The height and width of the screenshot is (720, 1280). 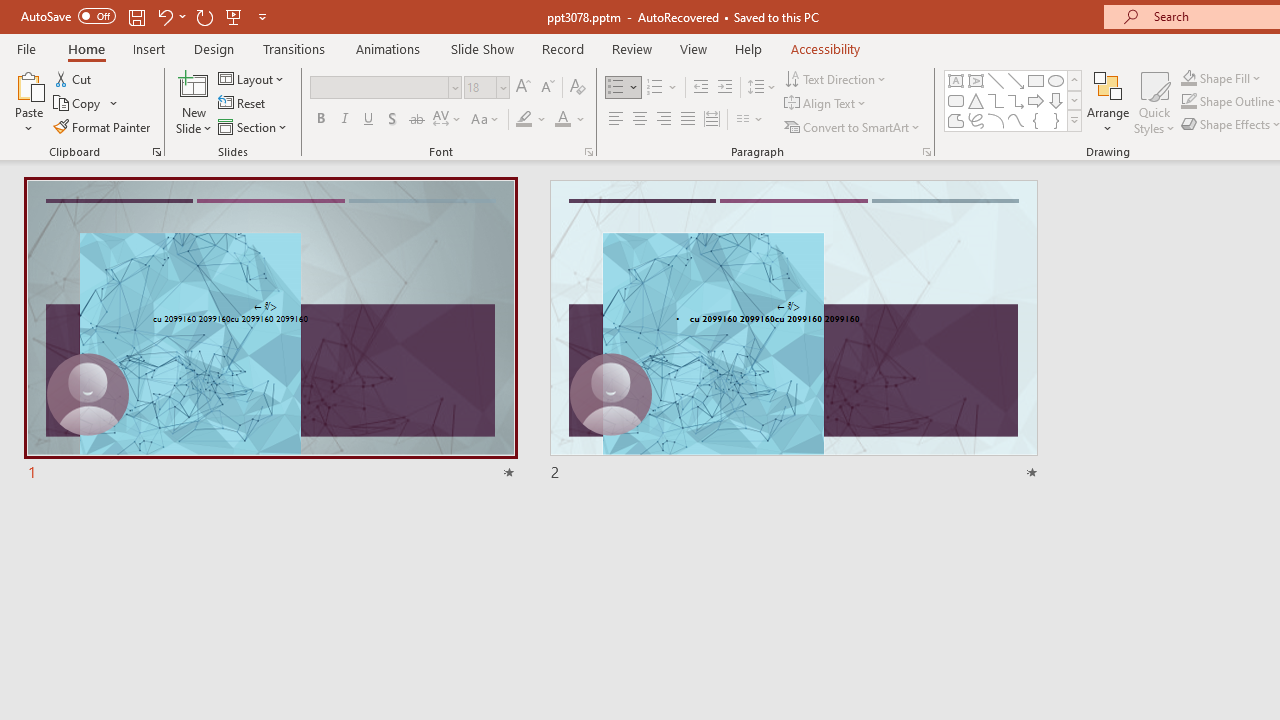 What do you see at coordinates (1189, 101) in the screenshot?
I see `'Shape Outline Green, Accent 1'` at bounding box center [1189, 101].